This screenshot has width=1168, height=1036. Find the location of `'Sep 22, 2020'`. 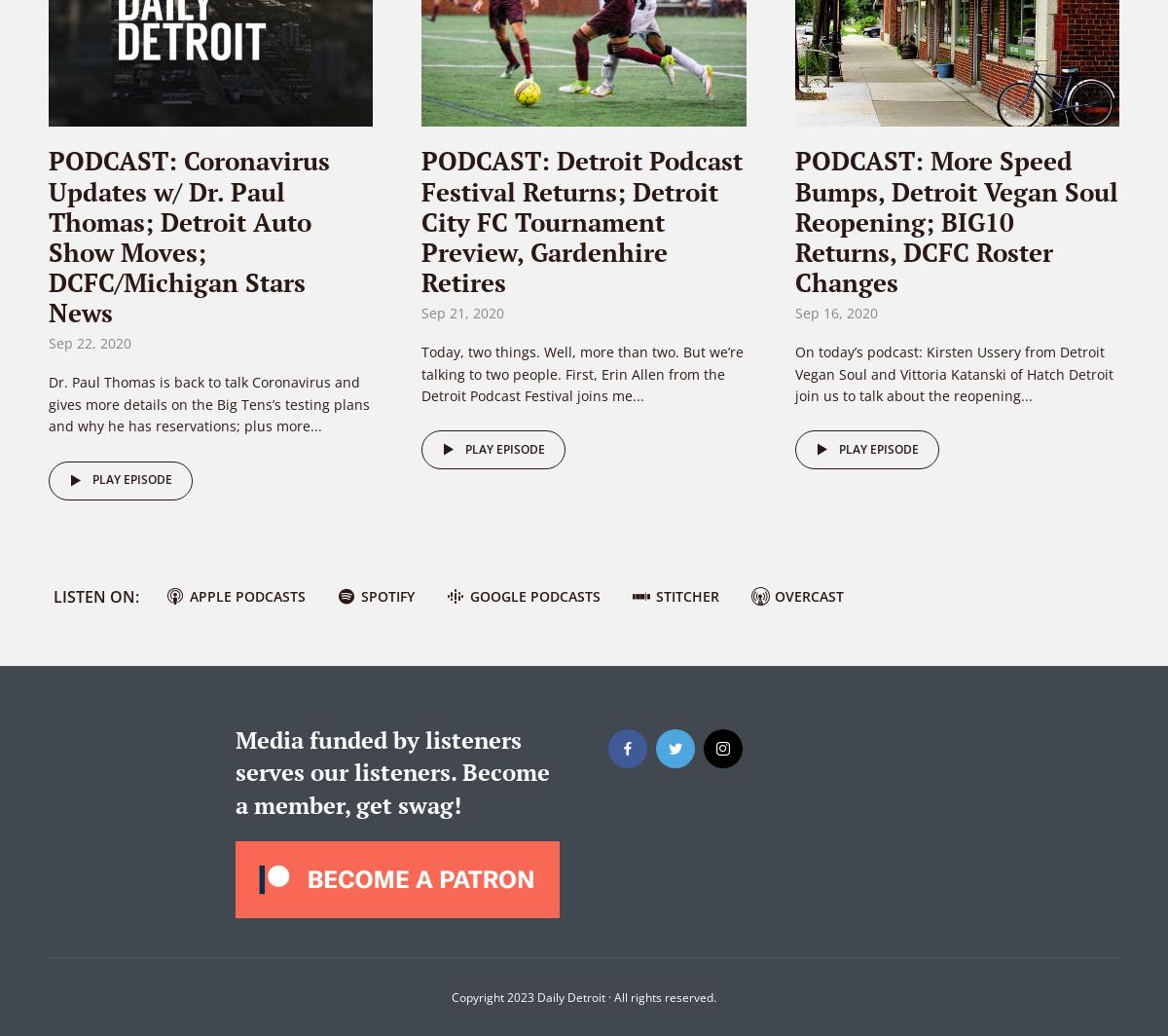

'Sep 22, 2020' is located at coordinates (90, 343).